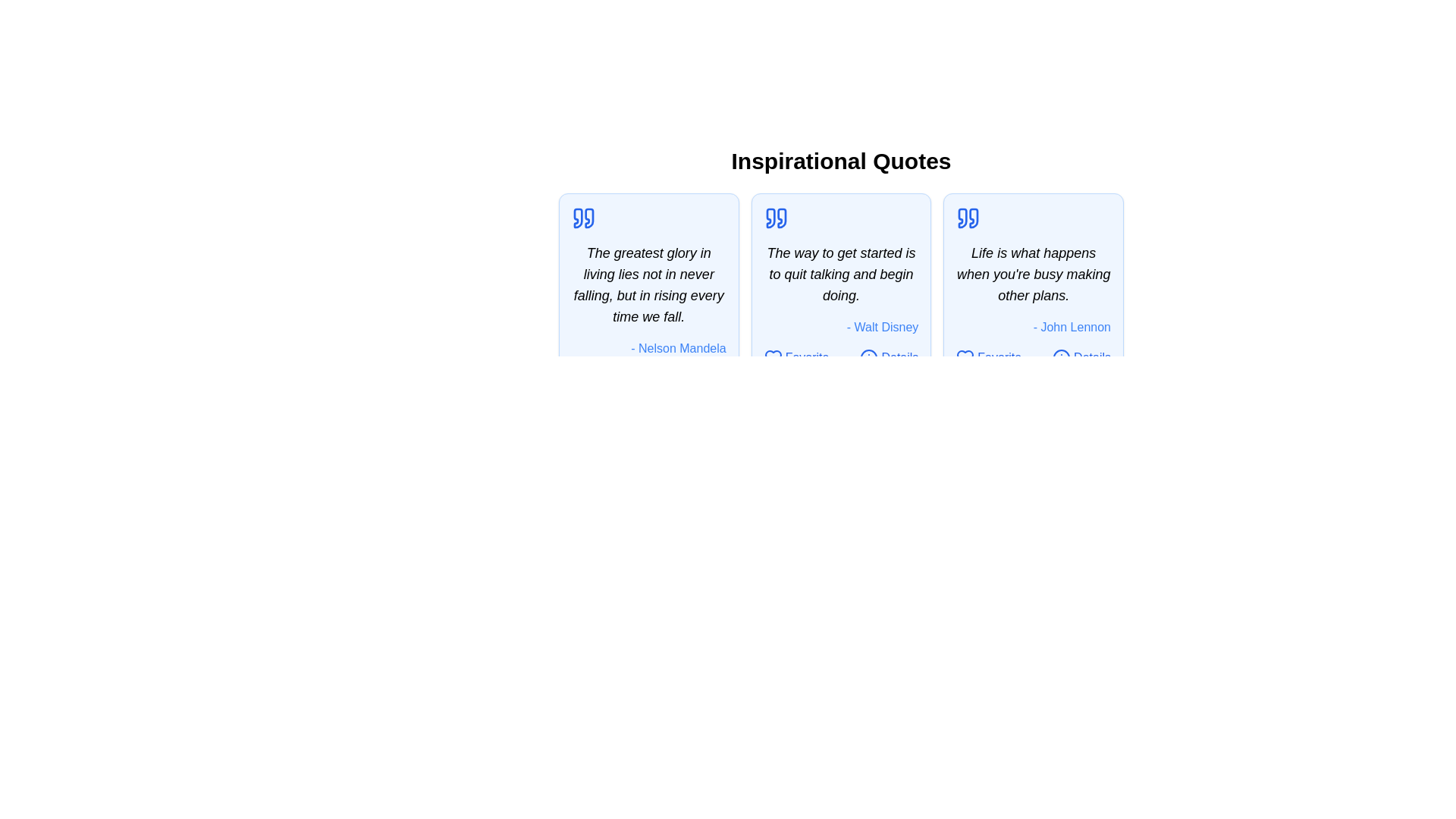  Describe the element at coordinates (648, 284) in the screenshot. I see `the text block that reads 'The greatest glory in living lies not in never falling, but in rising every time we fall.' positioned inside the leftmost card of the 'Inspirational Quotes' section` at that location.